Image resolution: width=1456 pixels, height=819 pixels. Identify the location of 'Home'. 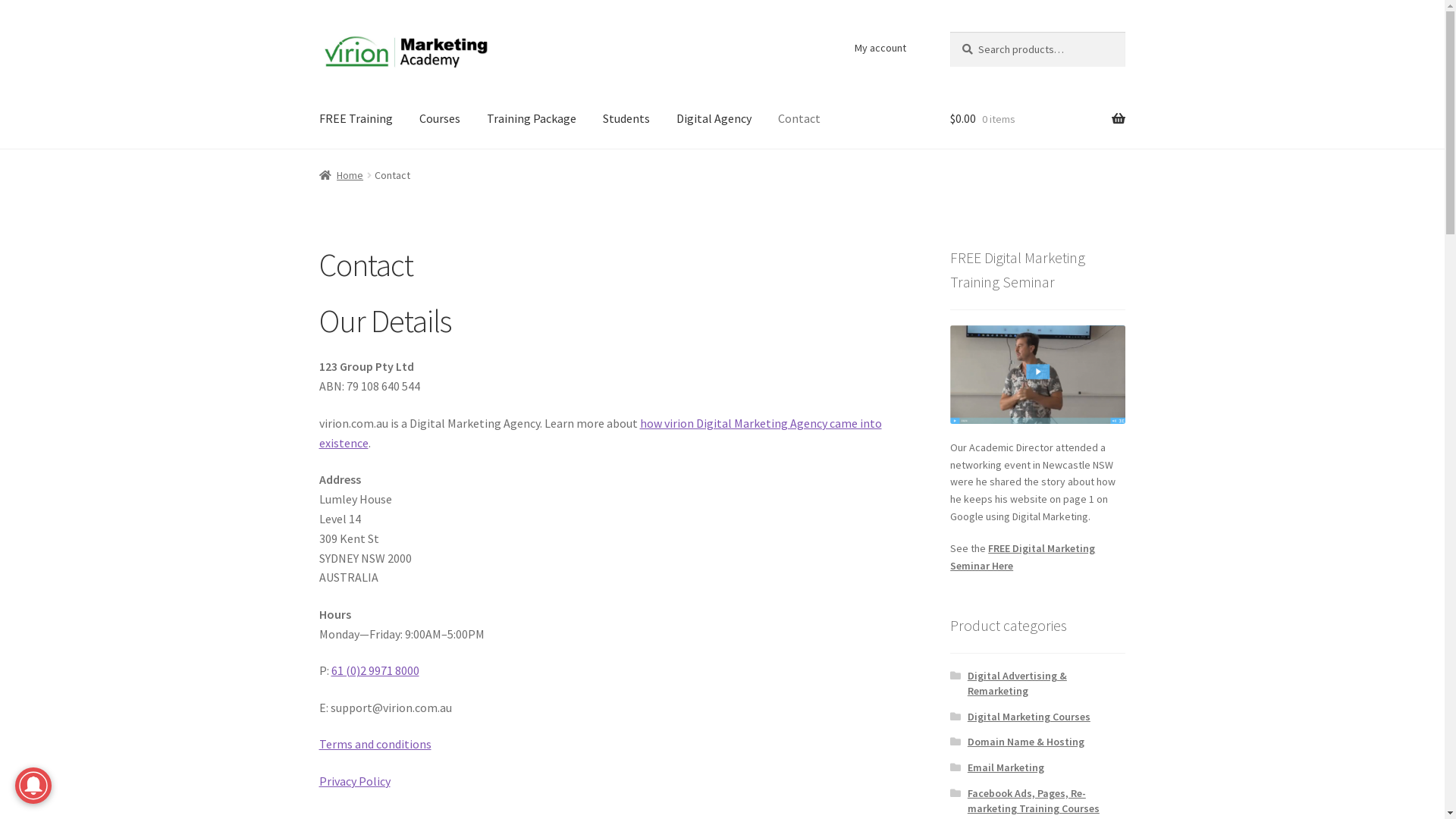
(340, 174).